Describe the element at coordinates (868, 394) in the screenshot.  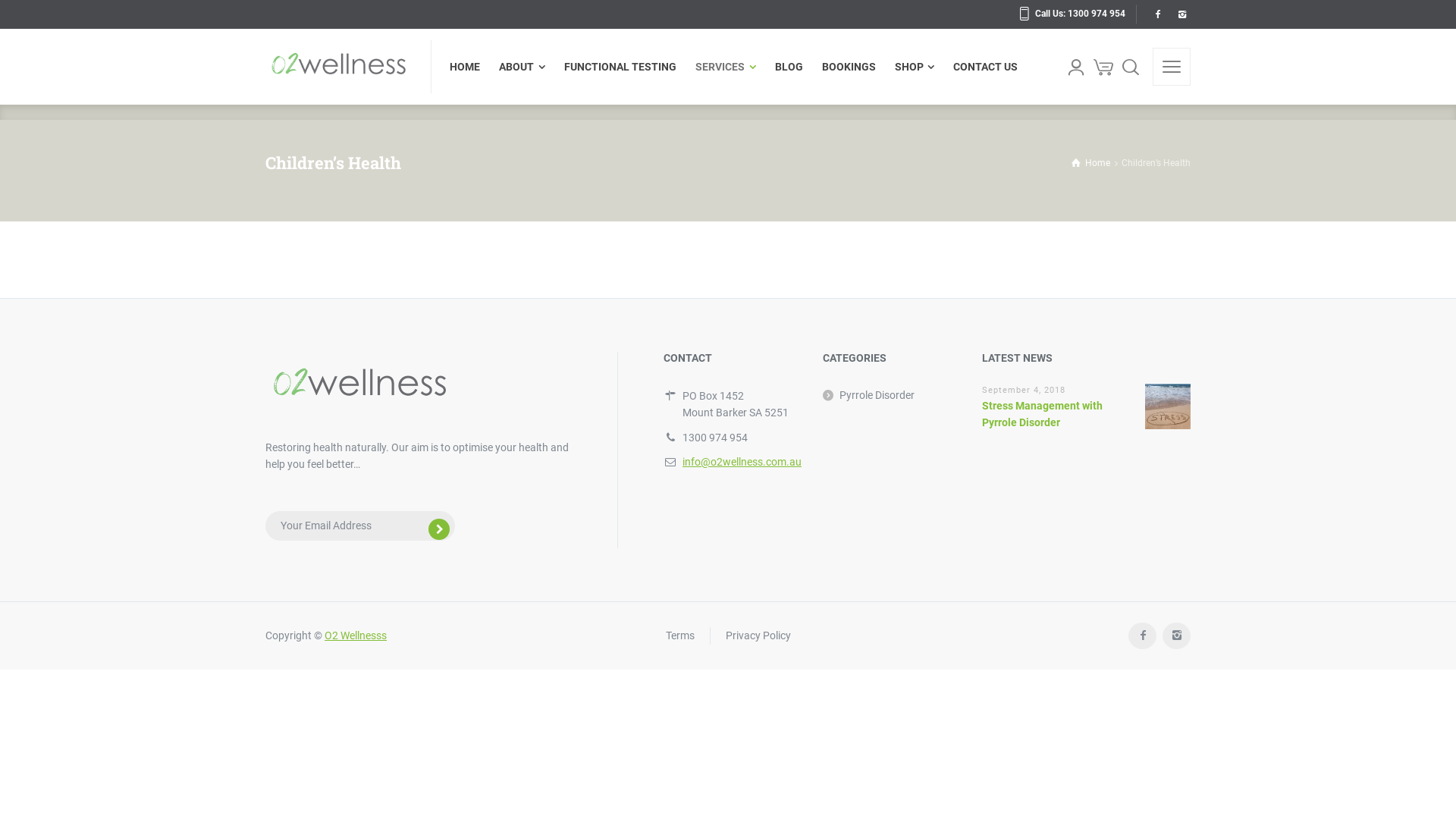
I see `'Pyrrole Disorder'` at that location.